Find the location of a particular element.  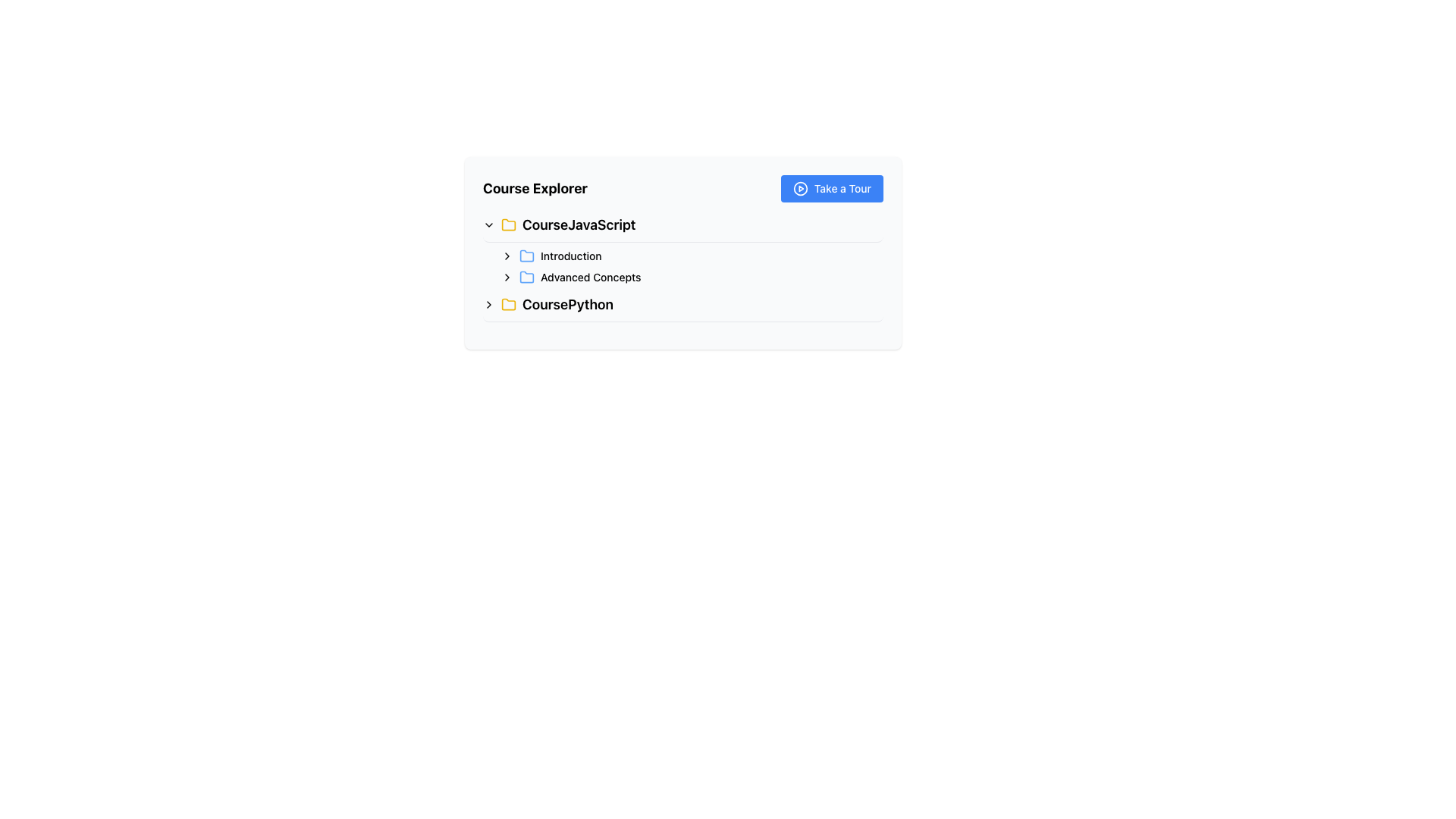

the 'Advanced Concepts' text label located in the 'Course Explorer' under 'CourseJavaScript' is located at coordinates (590, 278).